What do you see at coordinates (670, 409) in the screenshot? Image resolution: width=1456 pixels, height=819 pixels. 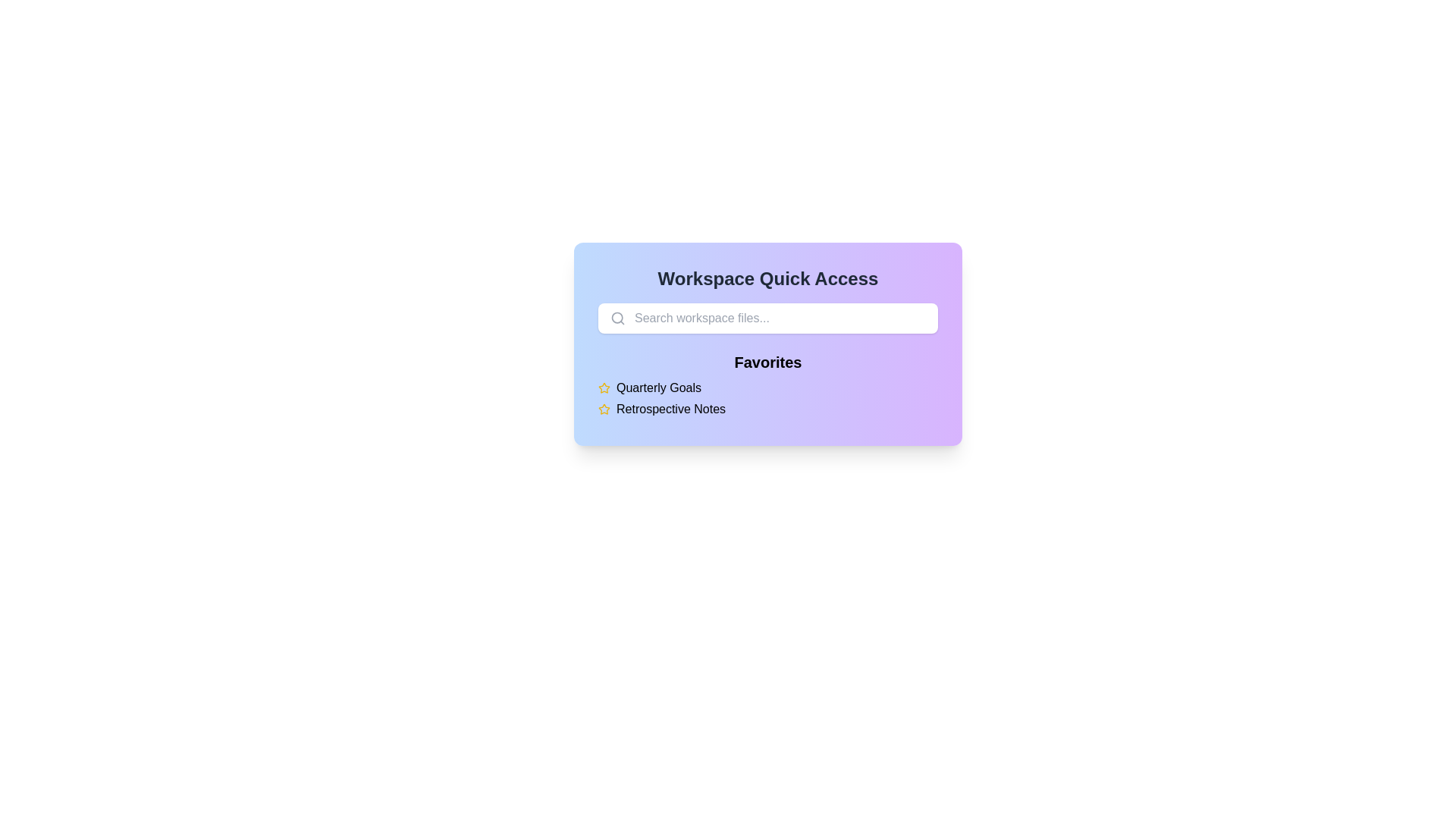 I see `the text label for a favorite or bookmarked entity, which is aligned with a star icon to its left and is the second item in the favorites section below the search bar` at bounding box center [670, 409].